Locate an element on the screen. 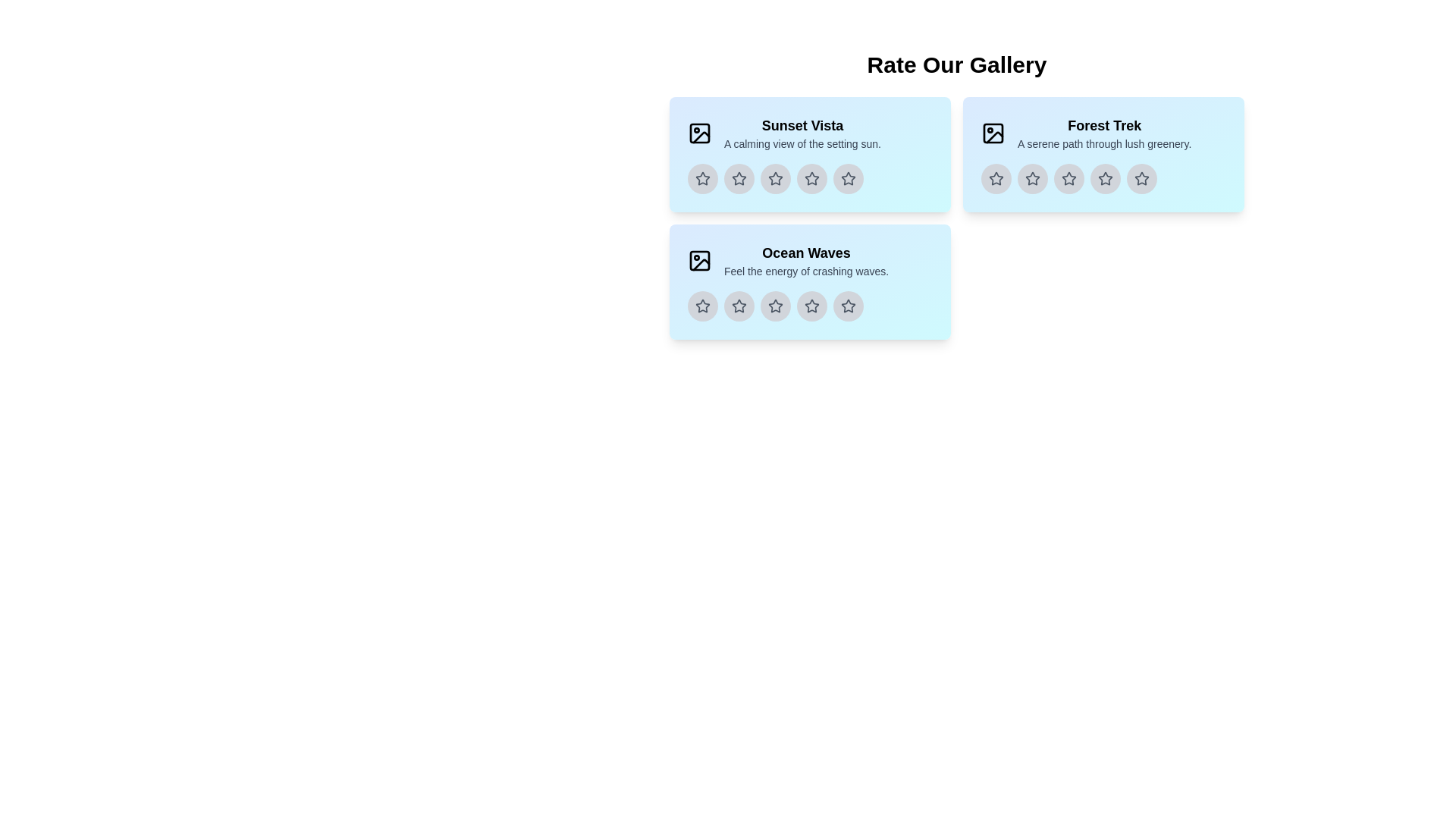 This screenshot has height=819, width=1456. the second star rating button for 'Sunset Vista' is located at coordinates (739, 177).